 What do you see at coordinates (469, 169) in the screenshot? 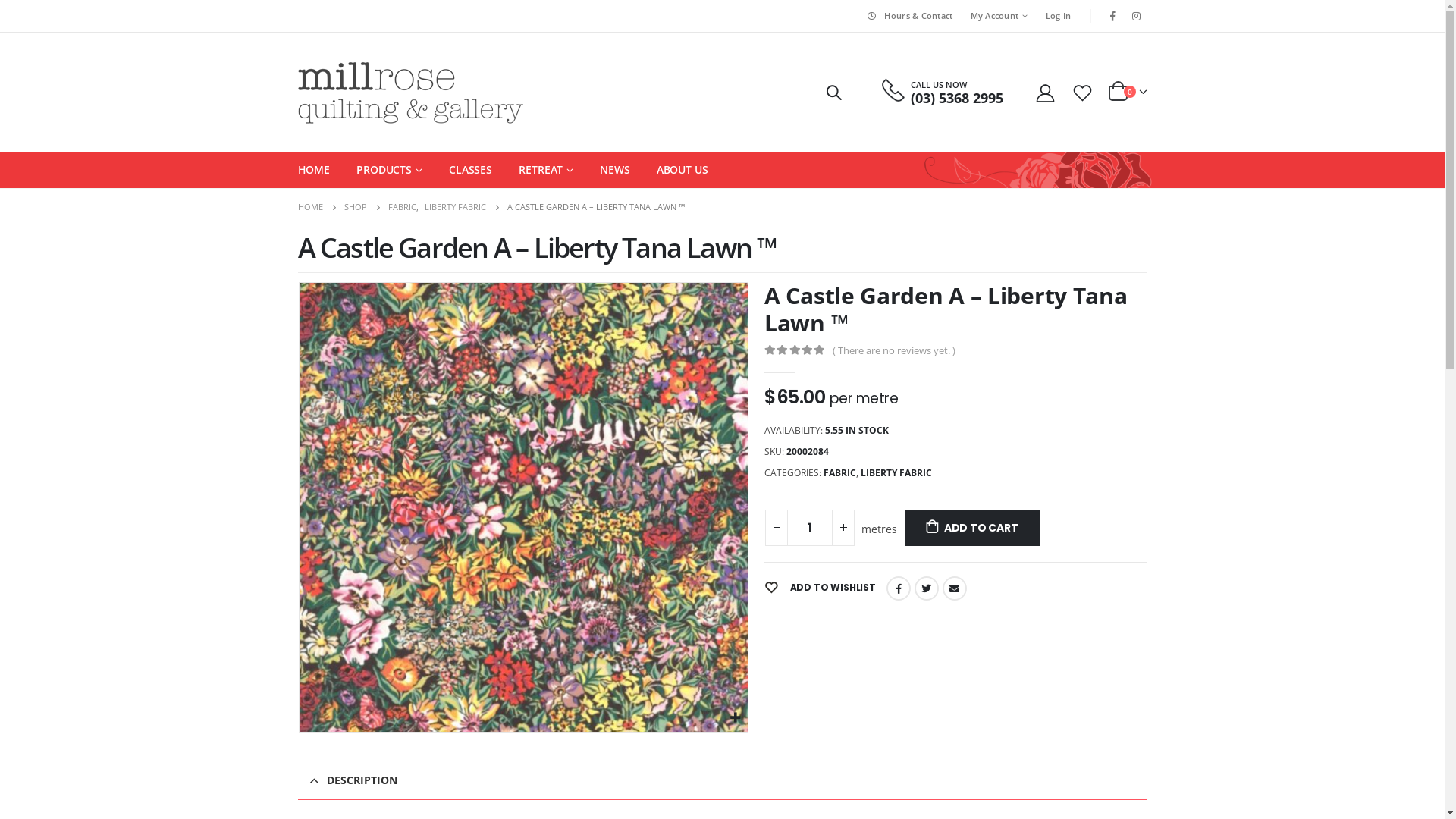
I see `'CLASSES'` at bounding box center [469, 169].